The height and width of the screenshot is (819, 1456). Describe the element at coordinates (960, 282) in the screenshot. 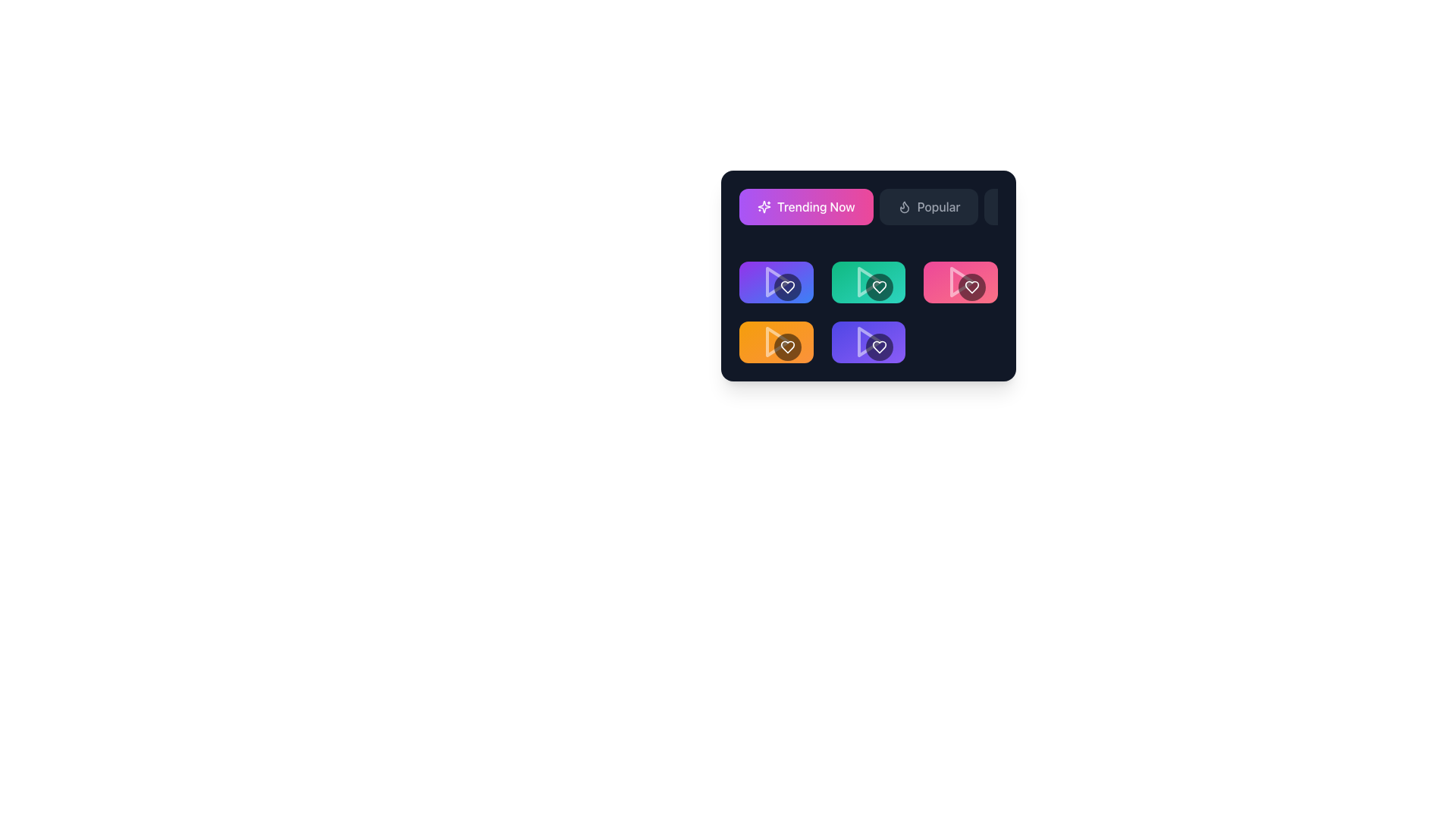

I see `the play button located in the central pink card of the third column in the grid layout` at that location.